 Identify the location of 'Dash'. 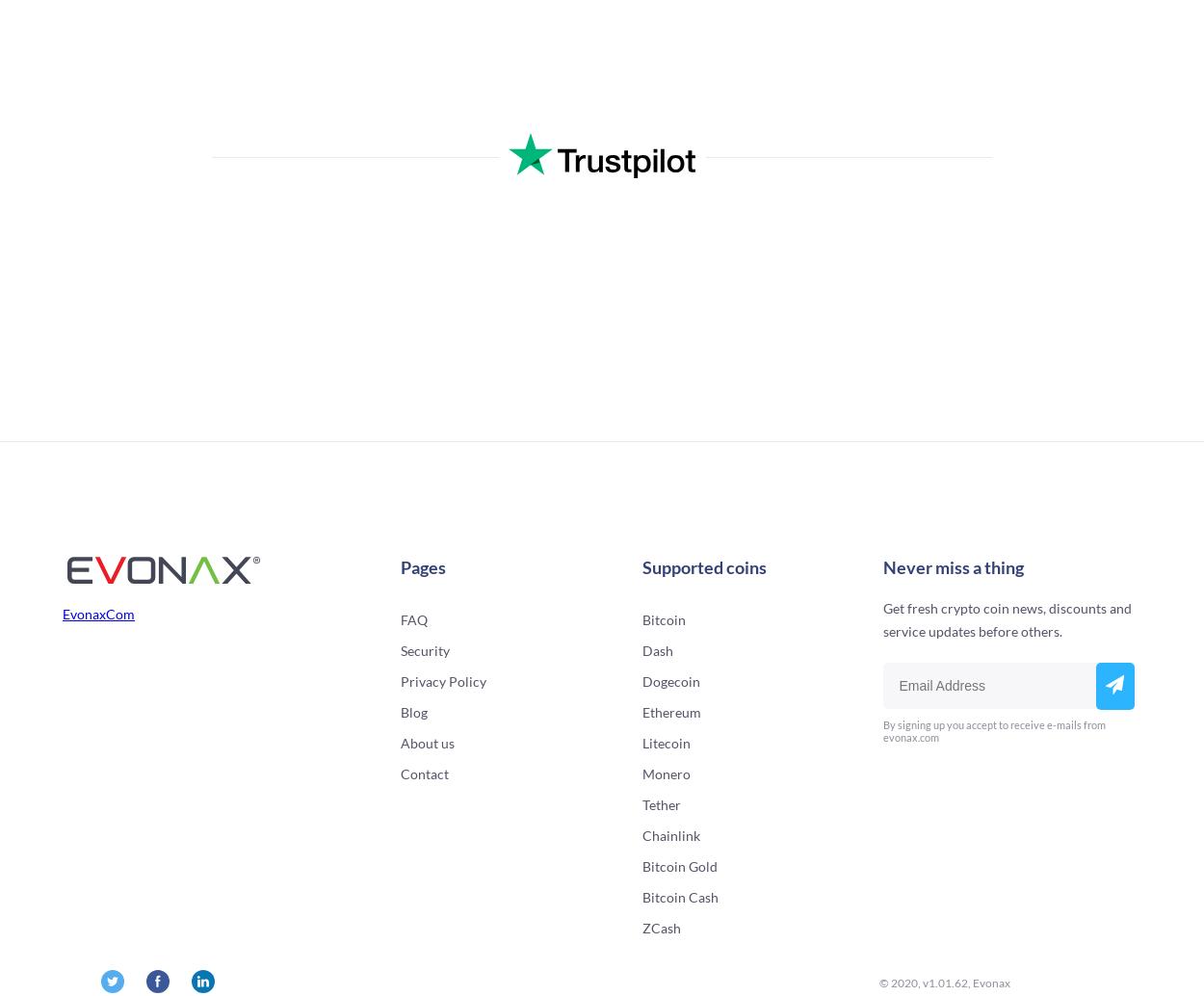
(657, 650).